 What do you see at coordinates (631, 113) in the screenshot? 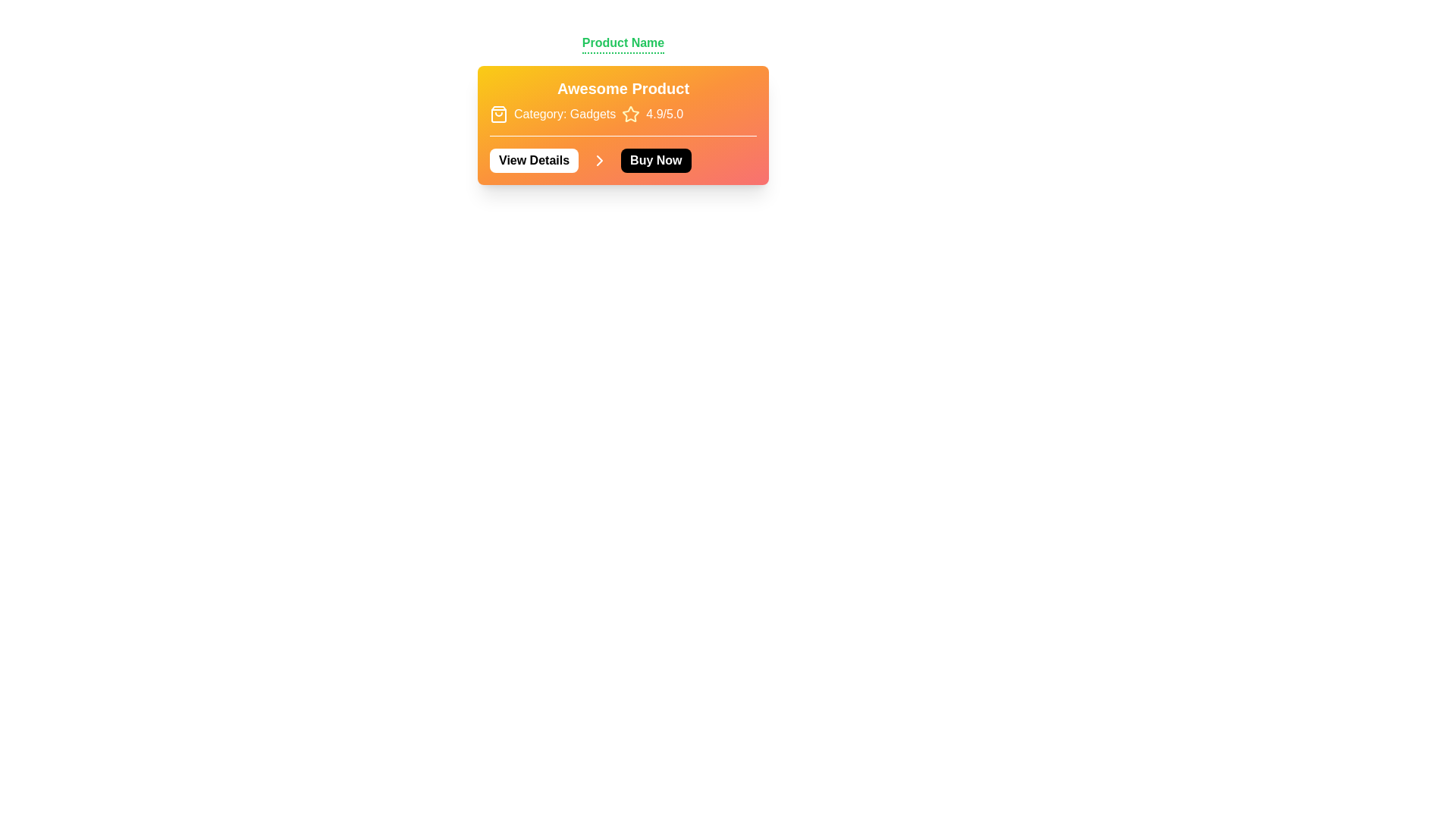
I see `the star shape icon that indicates a rating score of '4.9/5.0', located in the top-right of the product details card` at bounding box center [631, 113].